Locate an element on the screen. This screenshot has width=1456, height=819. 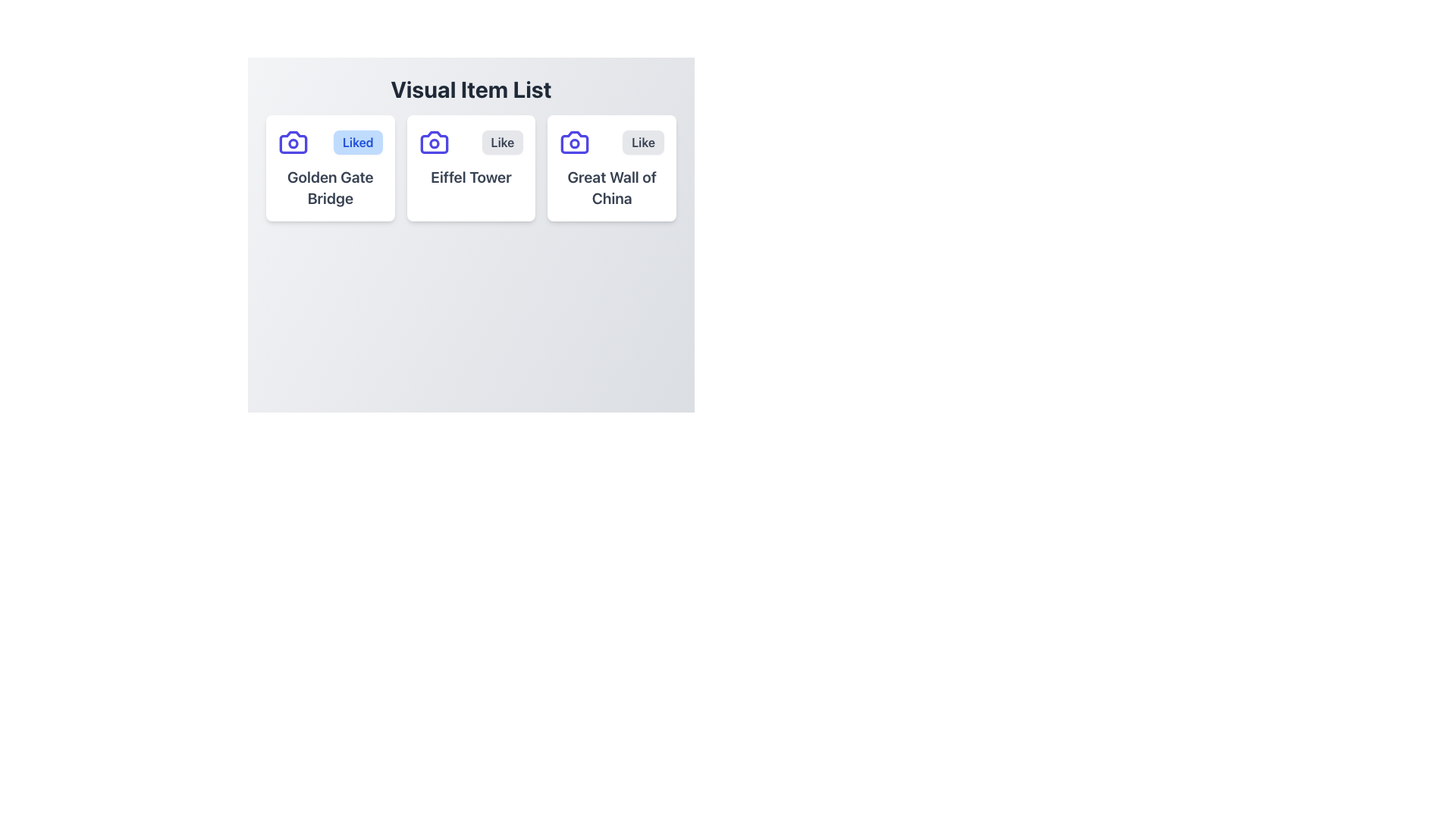
the Card component representing 'Golden Gate Bridge', which is marked as 'Liked' and is the first in a series of three horizontal cards is located at coordinates (329, 168).